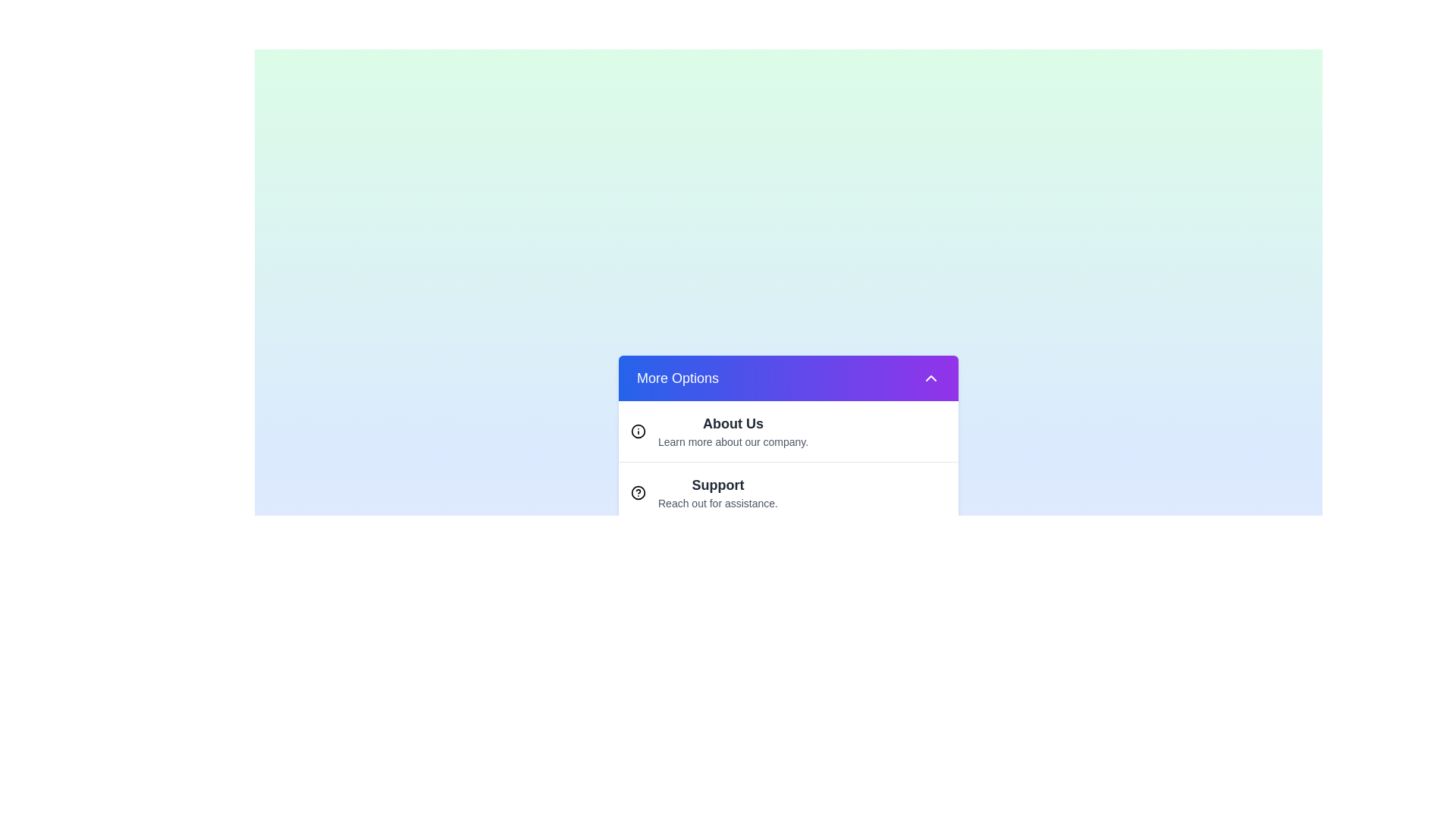 The width and height of the screenshot is (1456, 819). I want to click on the option Support to highlight it, so click(789, 491).